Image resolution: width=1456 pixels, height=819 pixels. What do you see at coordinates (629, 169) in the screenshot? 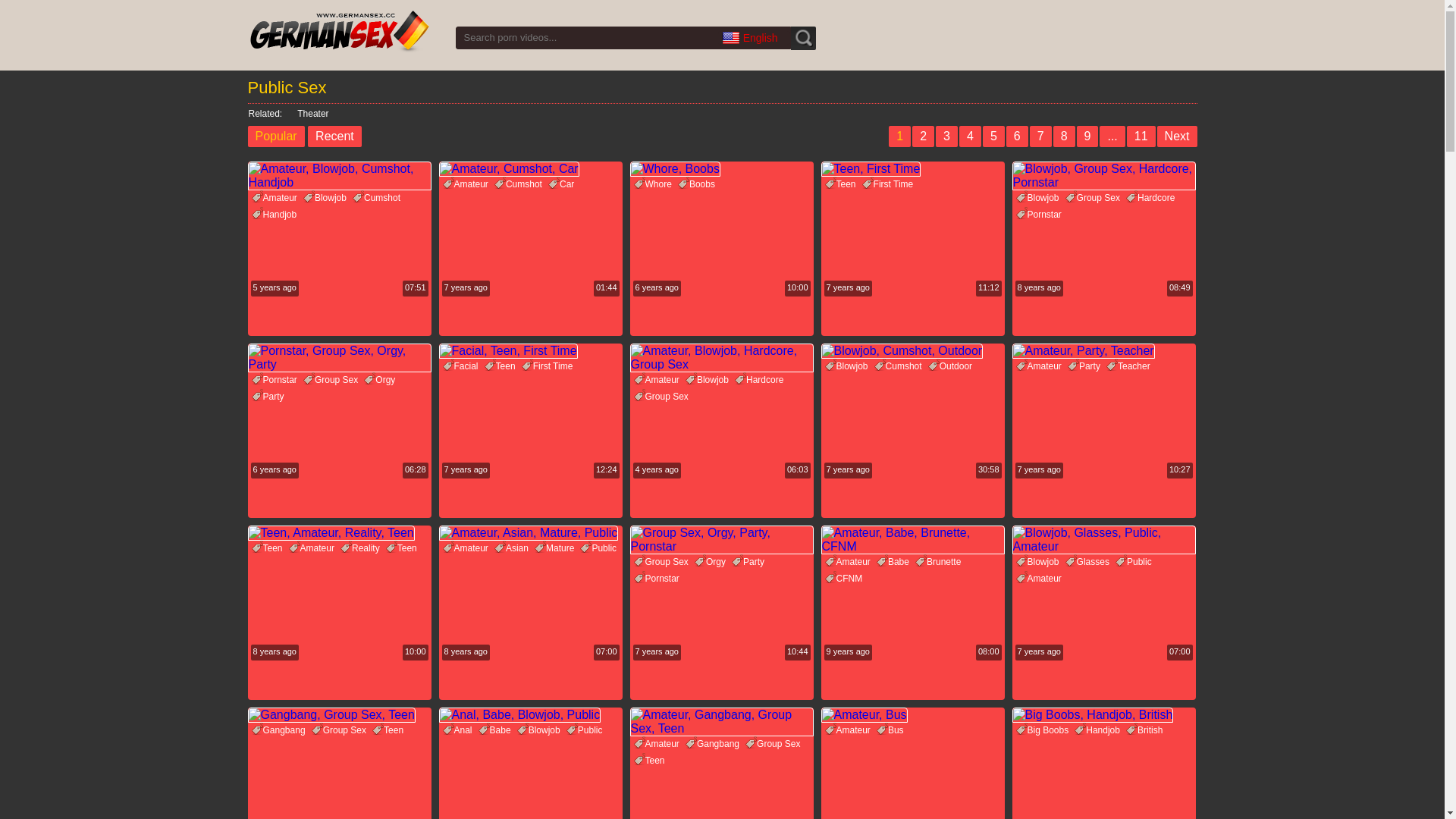
I see `'Whore, Boobs'` at bounding box center [629, 169].